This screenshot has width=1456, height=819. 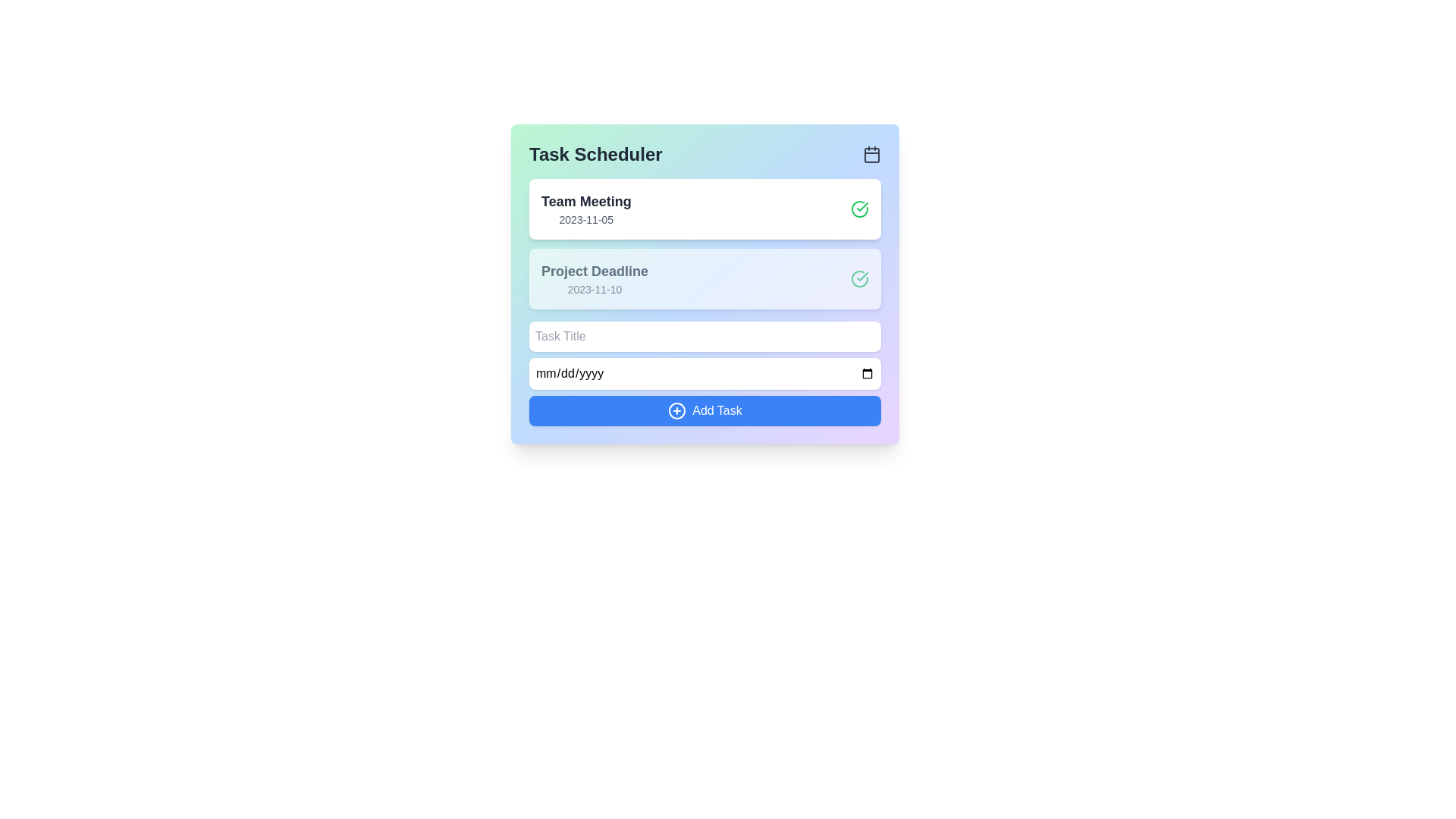 I want to click on the text label element that indicates the project deadline, located under the 'Project Deadline' title and above the 'Task Title' input field in the middle of the interface, so click(x=594, y=289).